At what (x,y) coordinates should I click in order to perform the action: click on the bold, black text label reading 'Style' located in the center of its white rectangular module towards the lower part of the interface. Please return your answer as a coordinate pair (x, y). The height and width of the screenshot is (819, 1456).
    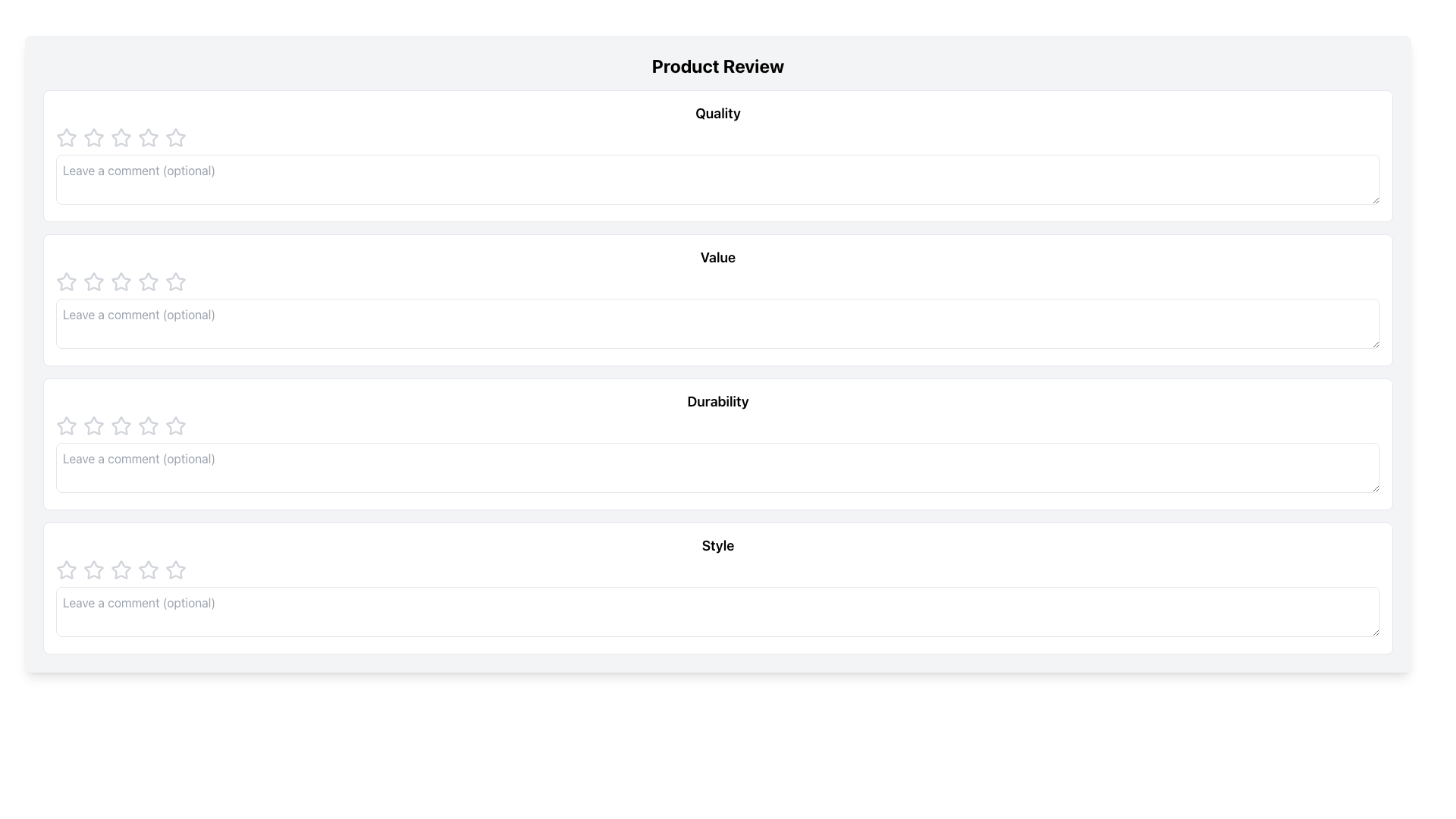
    Looking at the image, I should click on (717, 546).